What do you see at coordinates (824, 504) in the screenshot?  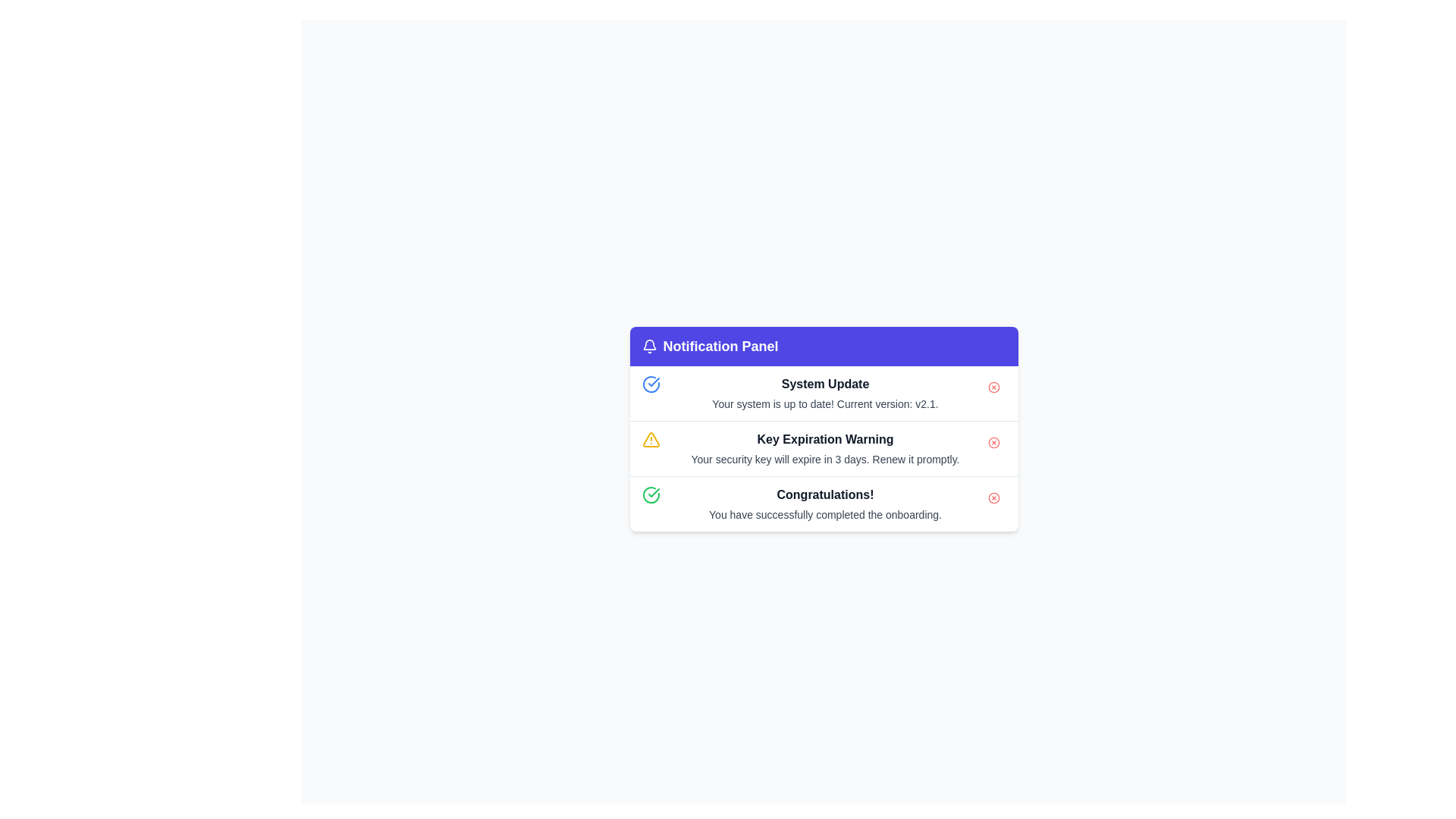 I see `the 'Congratulations!' notification message row, which is the third notification in the list, displaying a bold headline and a secondary line about successful onboarding` at bounding box center [824, 504].